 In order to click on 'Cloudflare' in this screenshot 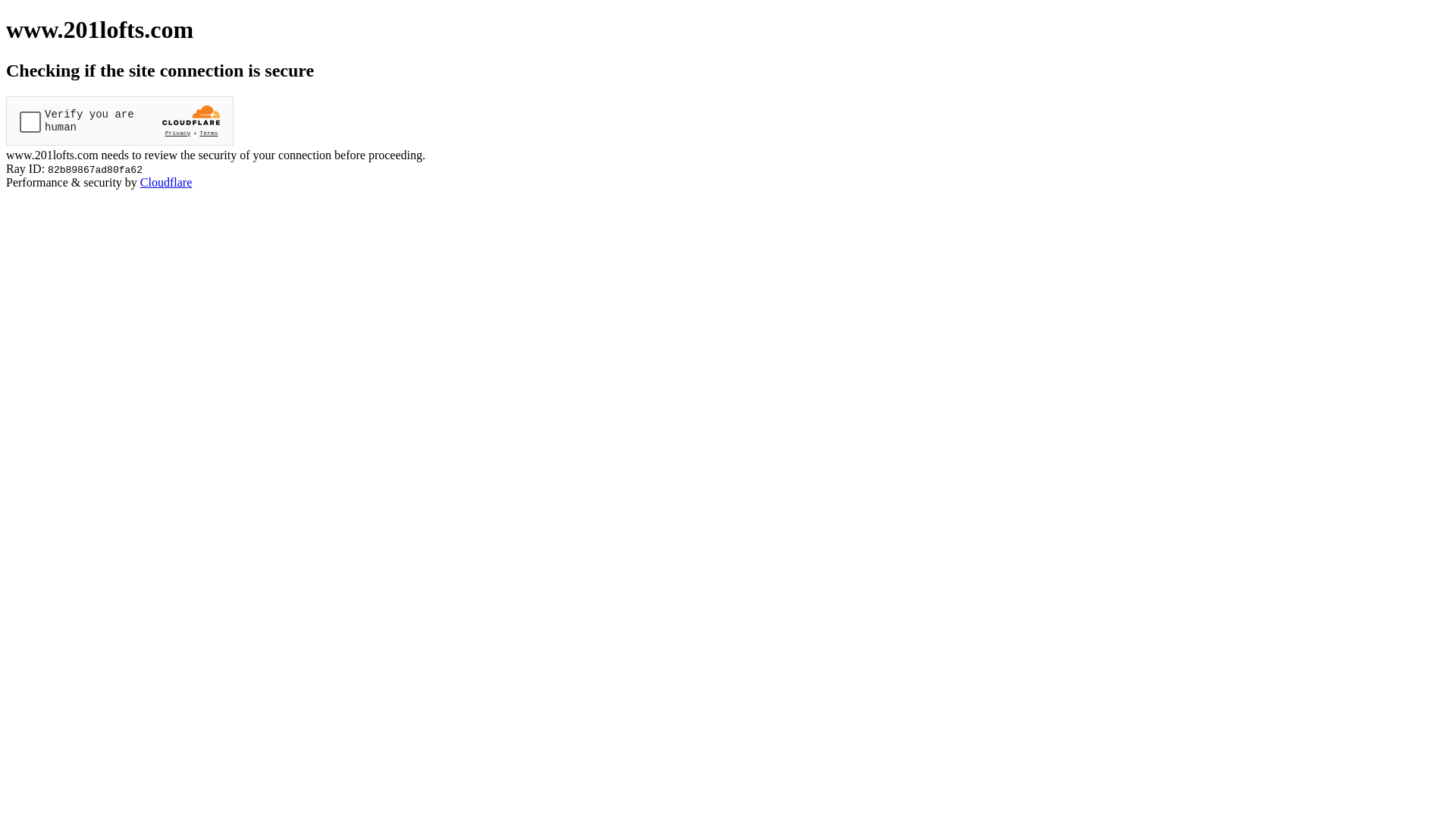, I will do `click(140, 181)`.